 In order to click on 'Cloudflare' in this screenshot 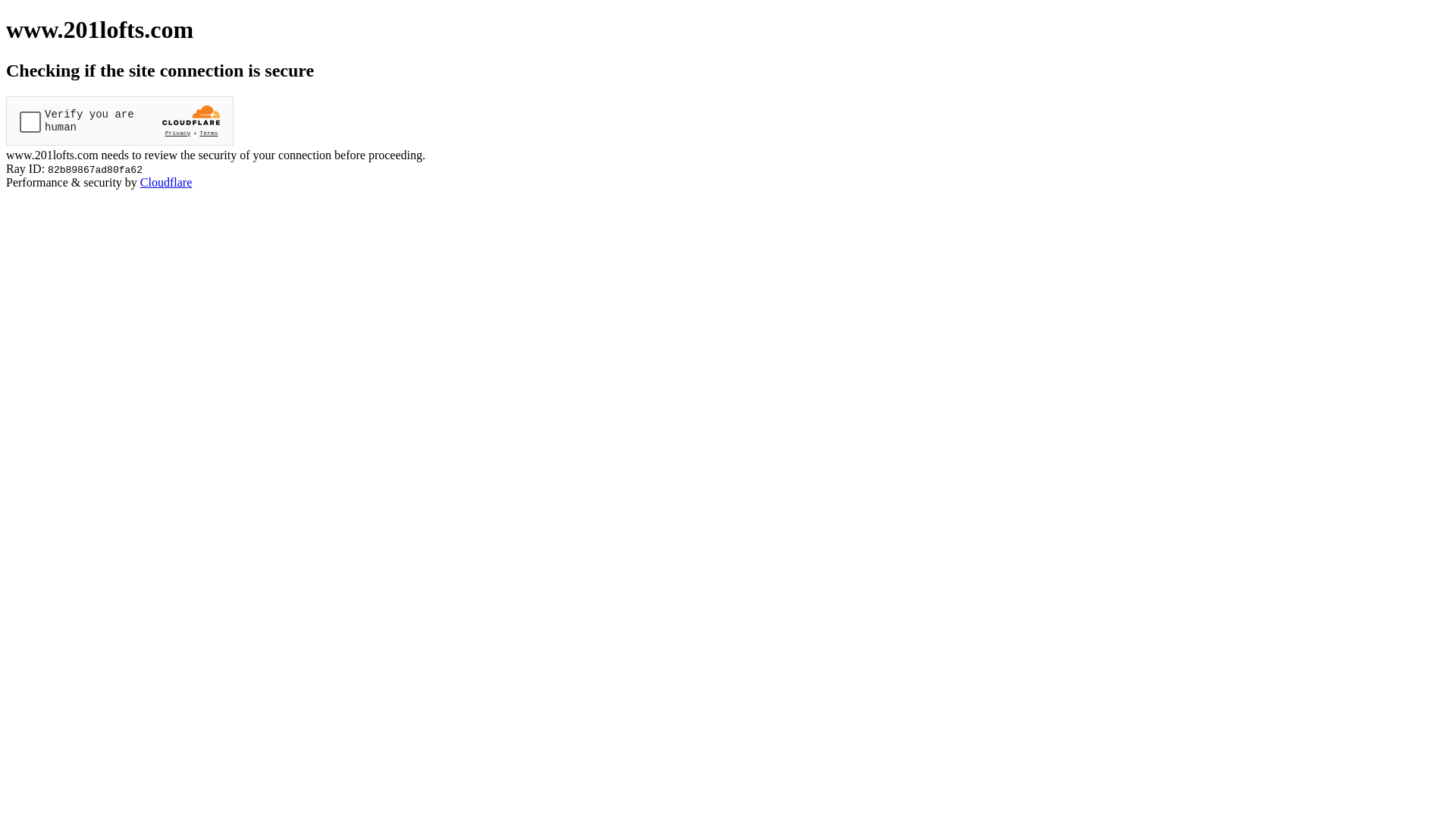, I will do `click(140, 181)`.